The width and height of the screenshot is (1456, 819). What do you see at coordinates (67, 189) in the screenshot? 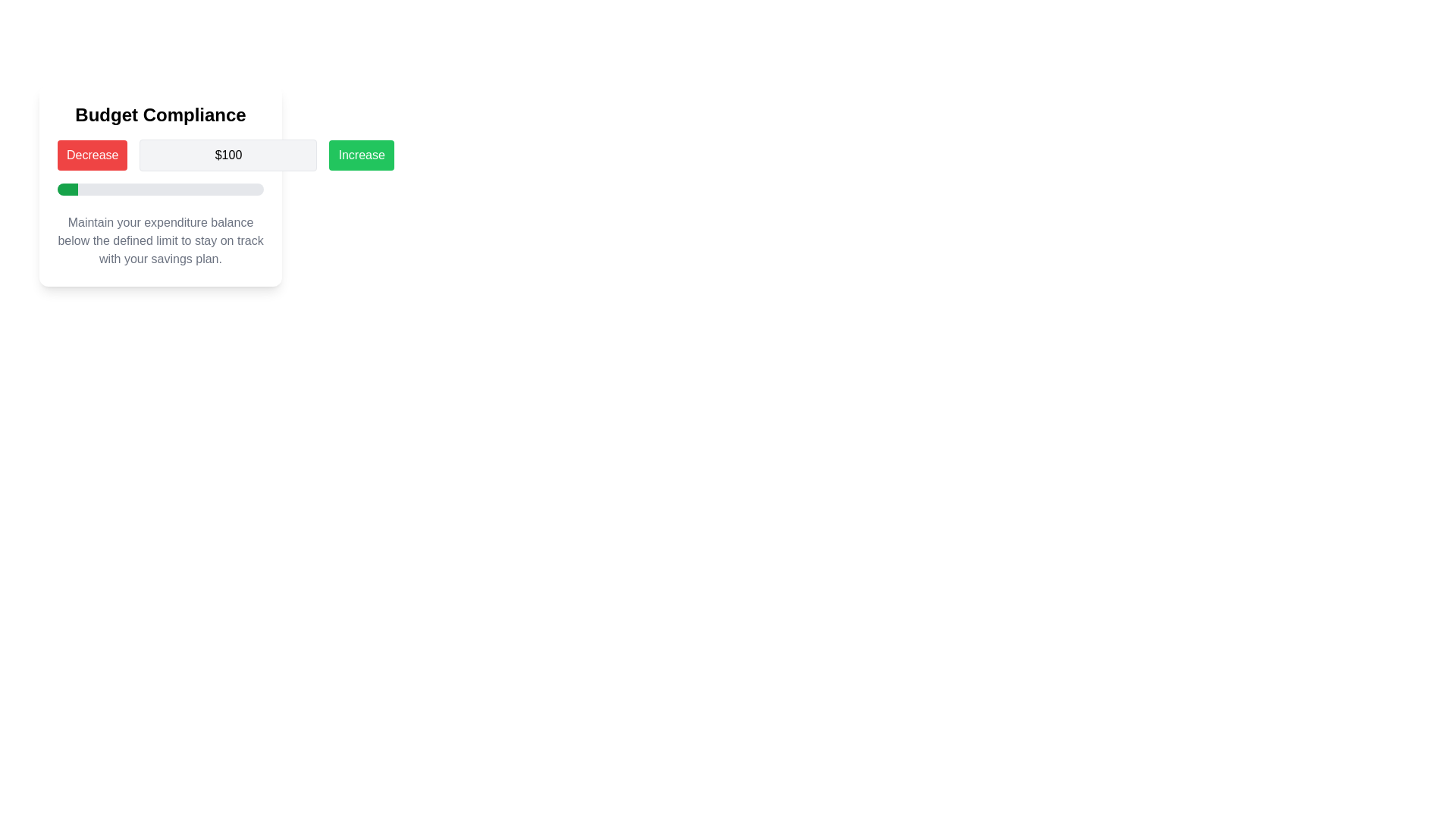
I see `the Progress Indicator that visually represents 10% progress within the progress bar located below the '$100' text box and between the 'Decrease' and 'Increase' buttons` at bounding box center [67, 189].